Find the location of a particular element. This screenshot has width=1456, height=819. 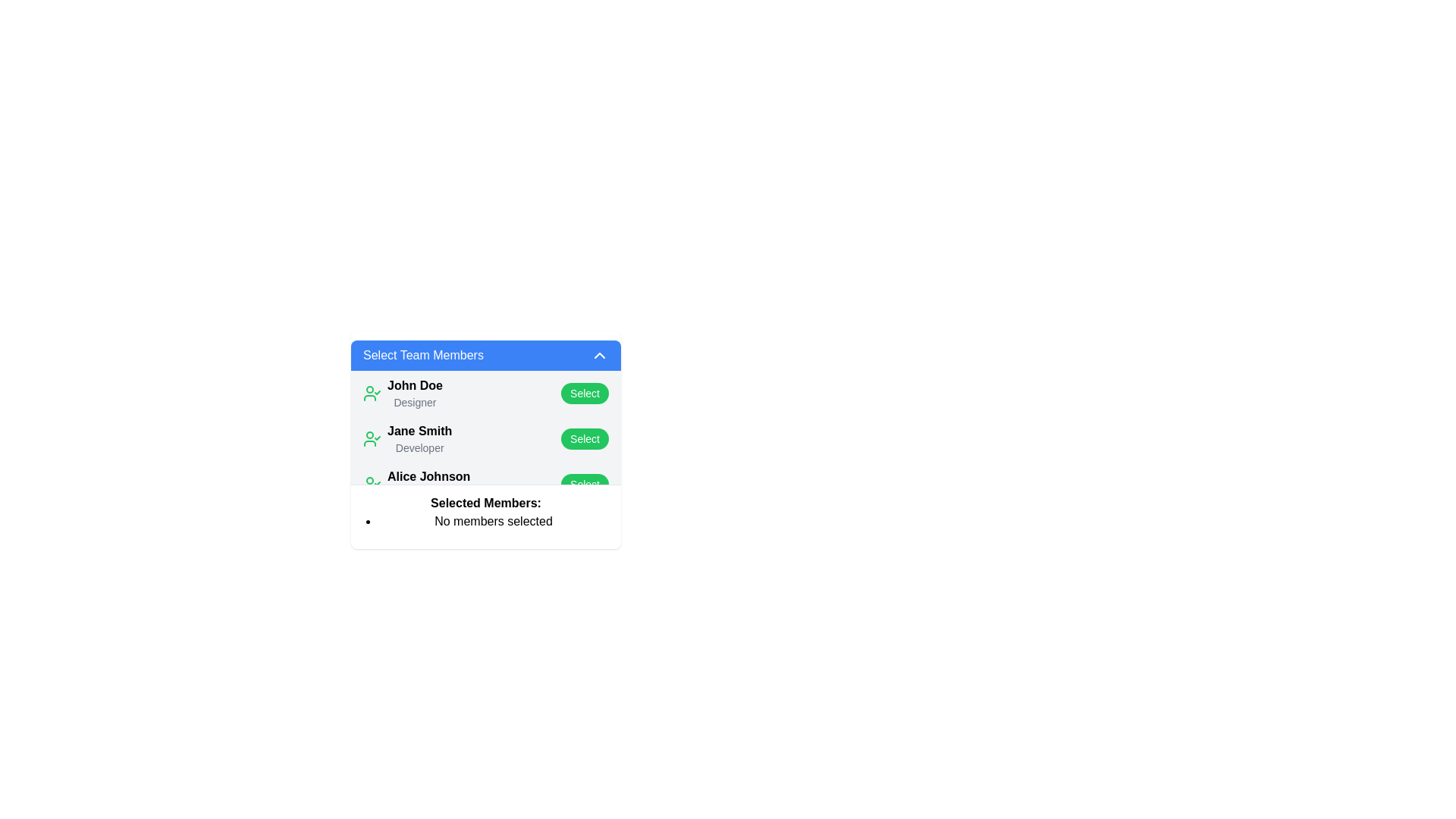

the text display element showing 'John Doe' and 'Designer', which is located at the top of the team members list, with a green user icon to the left is located at coordinates (403, 393).